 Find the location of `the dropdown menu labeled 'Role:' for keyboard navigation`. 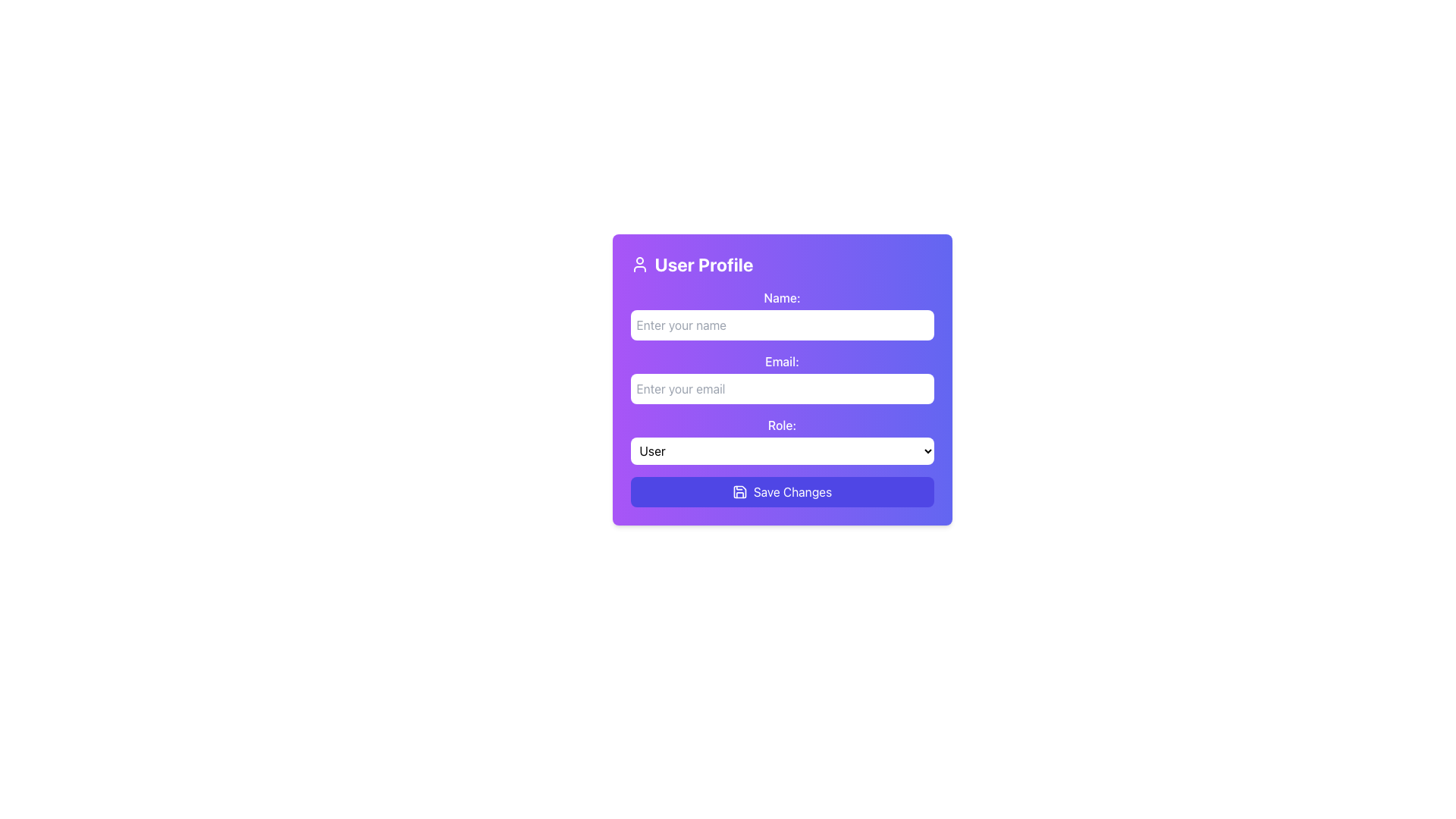

the dropdown menu labeled 'Role:' for keyboard navigation is located at coordinates (782, 450).